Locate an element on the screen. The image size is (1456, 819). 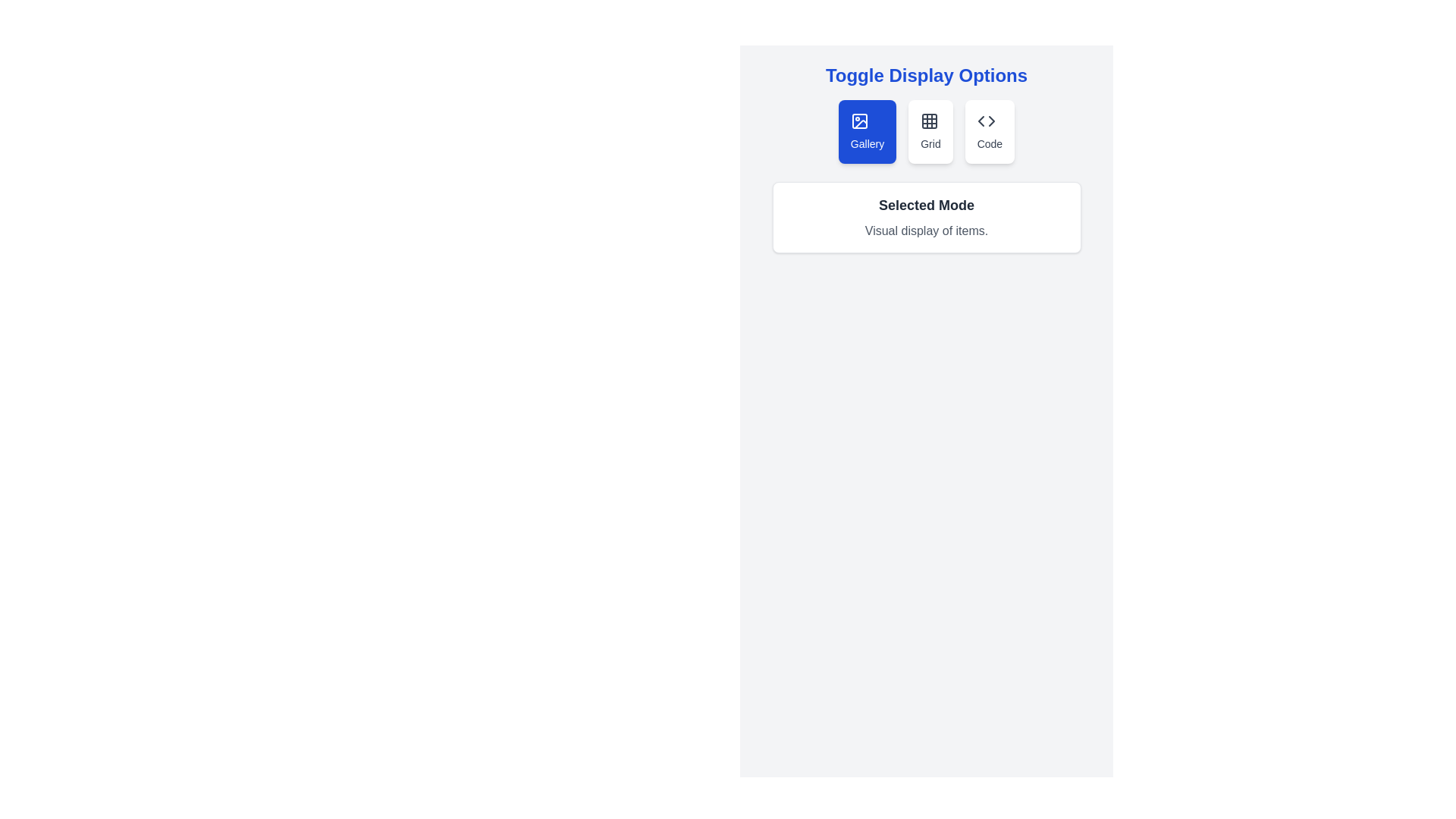
the Gallery button to toggle the display mode is located at coordinates (868, 130).